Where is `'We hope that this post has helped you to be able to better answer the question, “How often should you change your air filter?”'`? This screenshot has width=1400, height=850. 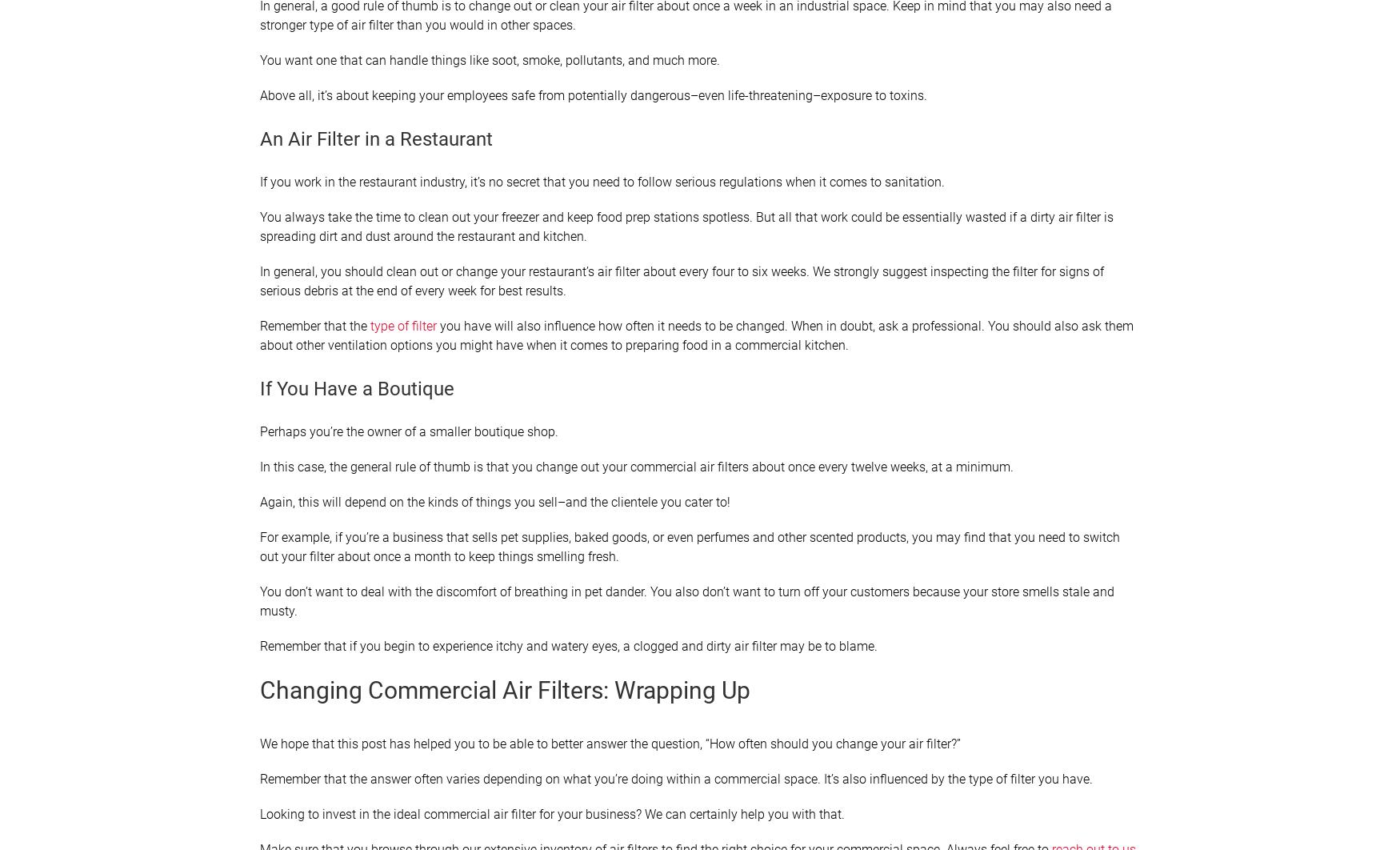
'We hope that this post has helped you to be able to better answer the question, “How often should you change your air filter?”' is located at coordinates (259, 743).